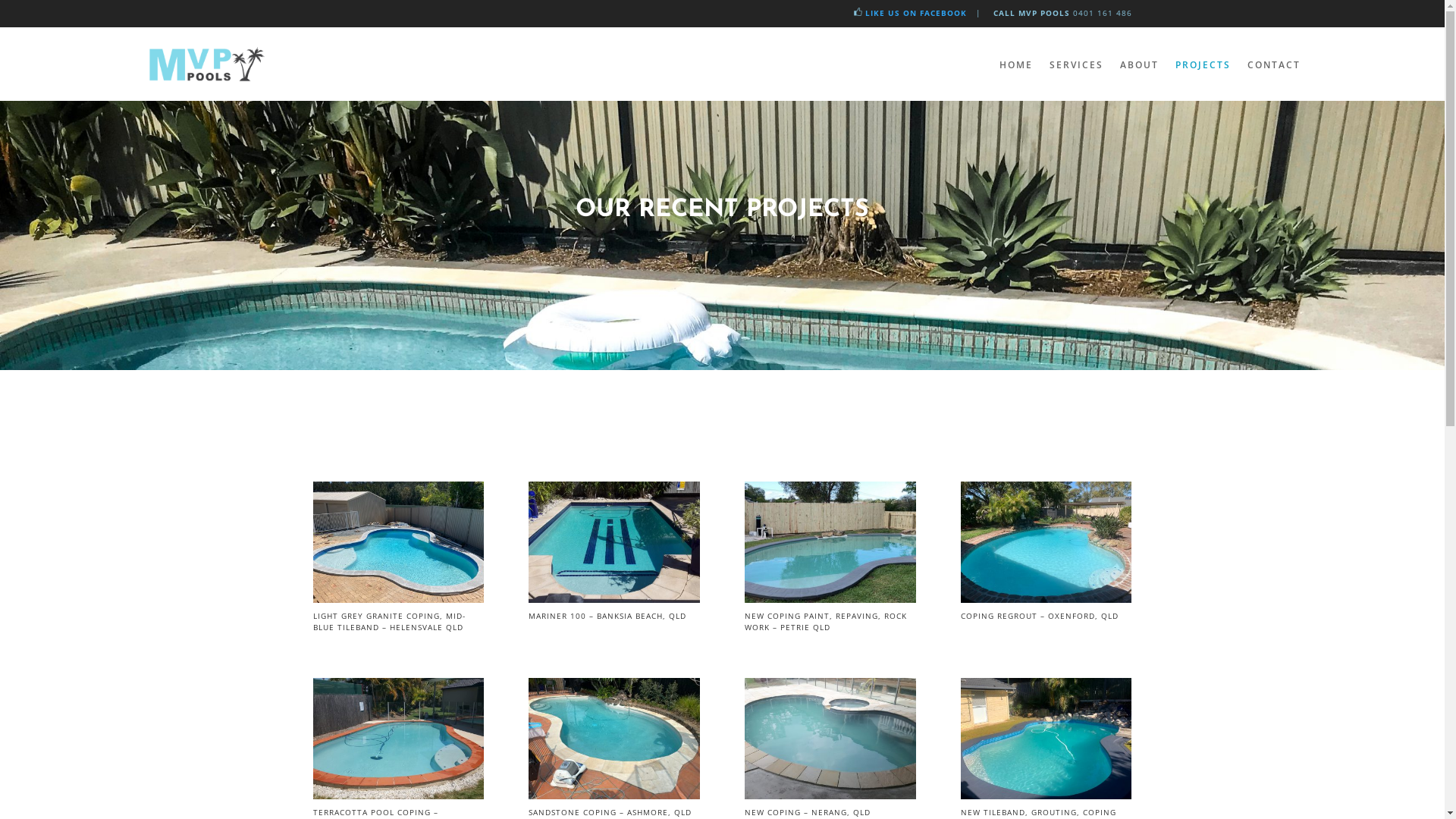  What do you see at coordinates (1015, 64) in the screenshot?
I see `'HOME'` at bounding box center [1015, 64].